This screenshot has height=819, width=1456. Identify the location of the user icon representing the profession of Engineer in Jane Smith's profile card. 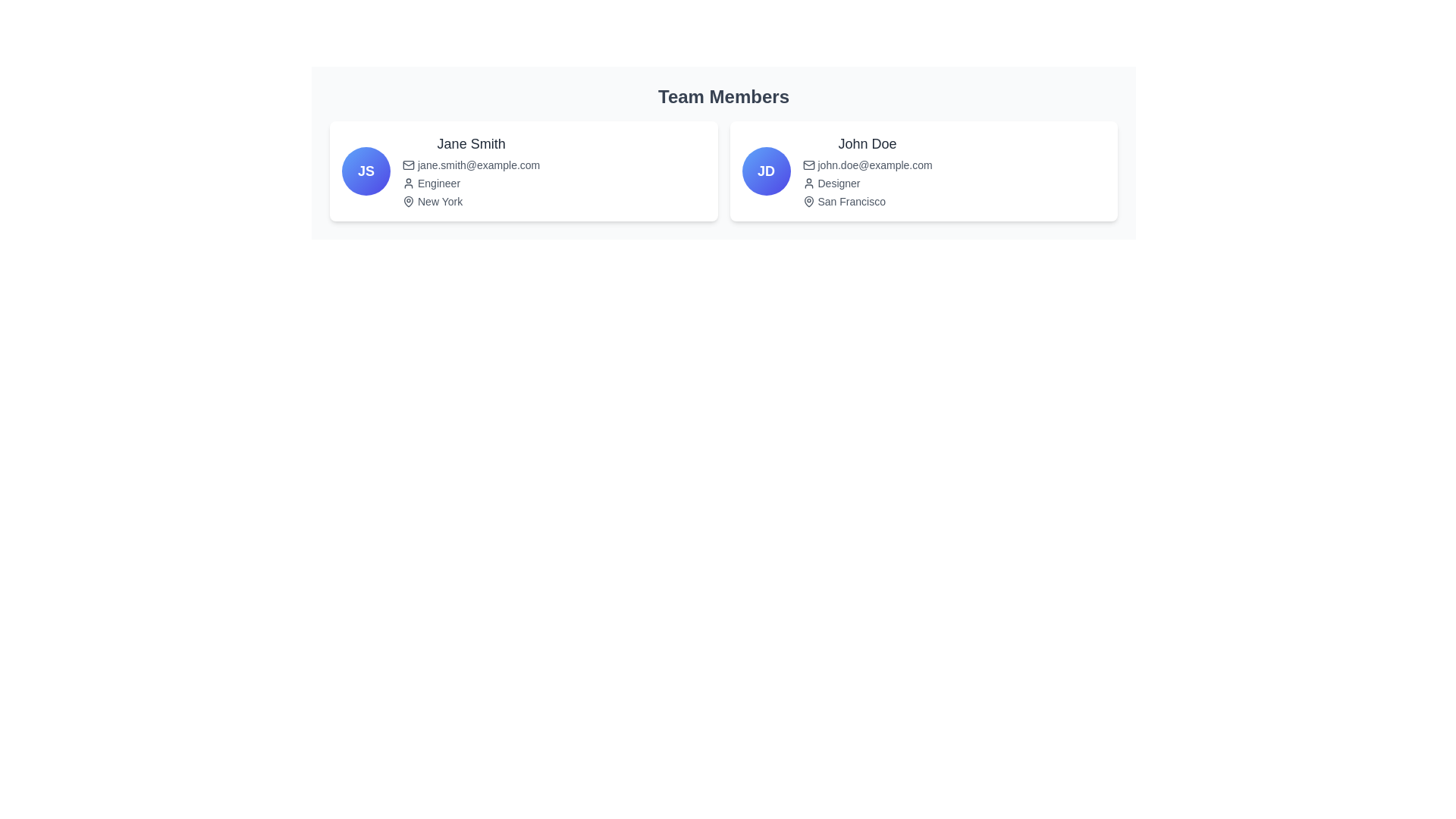
(408, 183).